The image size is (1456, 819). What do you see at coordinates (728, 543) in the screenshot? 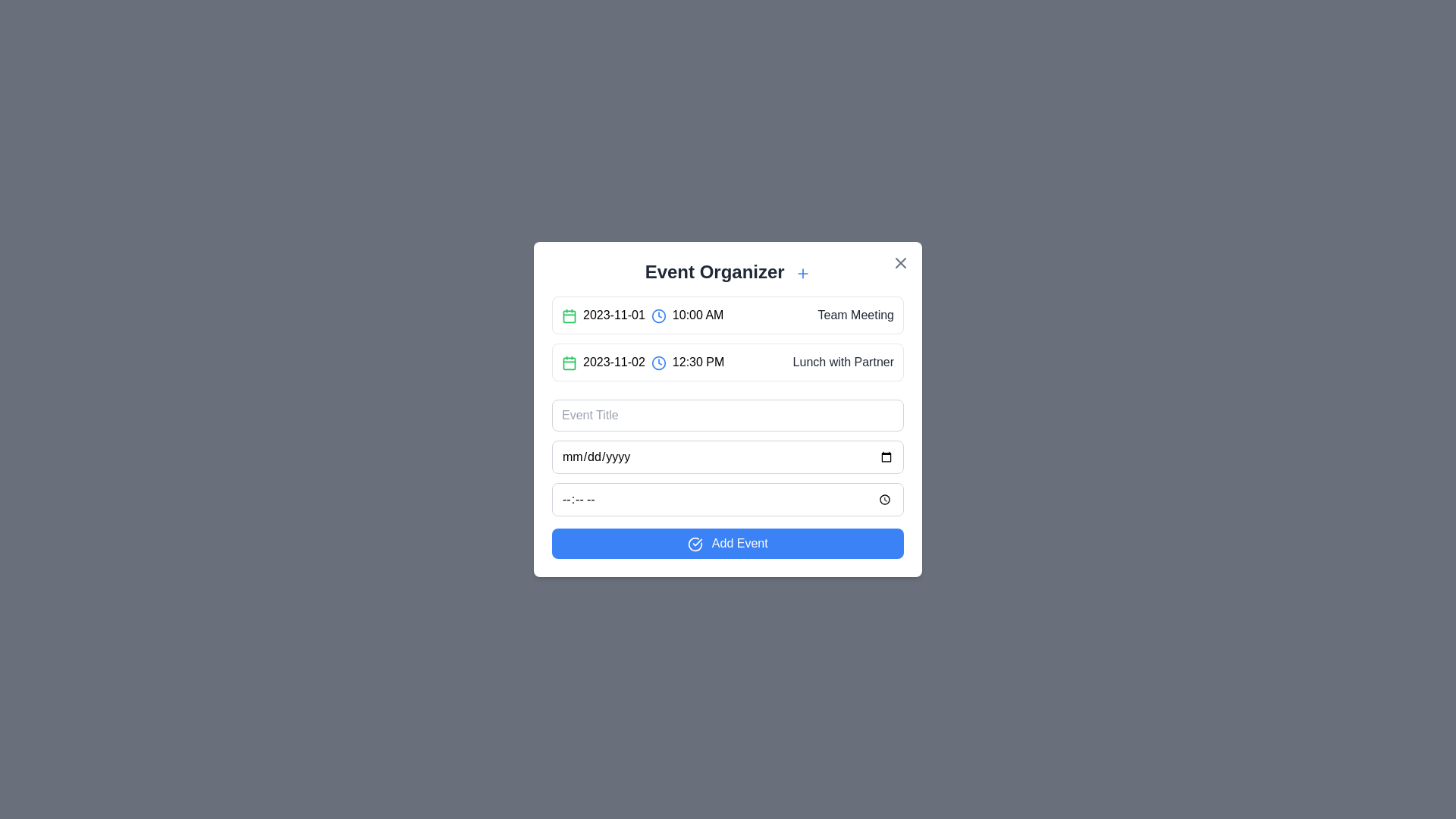
I see `the submission button located at the bottom of the 'Event Organizer' modal` at bounding box center [728, 543].